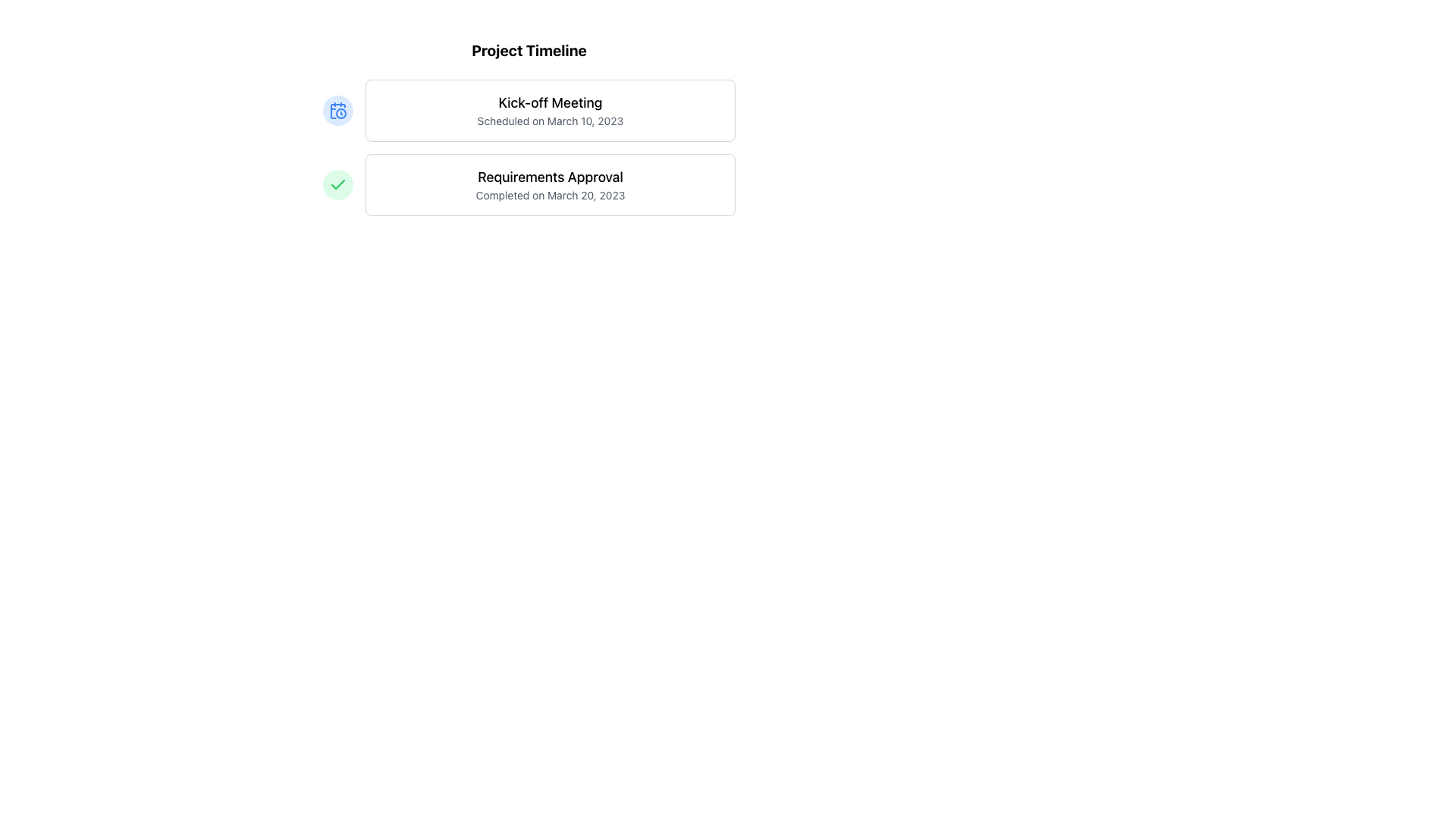 This screenshot has width=1456, height=819. Describe the element at coordinates (337, 184) in the screenshot. I see `the circular icon with a green checkmark that indicates task completion, located next to the text 'Completed on March 20, 2023'` at that location.